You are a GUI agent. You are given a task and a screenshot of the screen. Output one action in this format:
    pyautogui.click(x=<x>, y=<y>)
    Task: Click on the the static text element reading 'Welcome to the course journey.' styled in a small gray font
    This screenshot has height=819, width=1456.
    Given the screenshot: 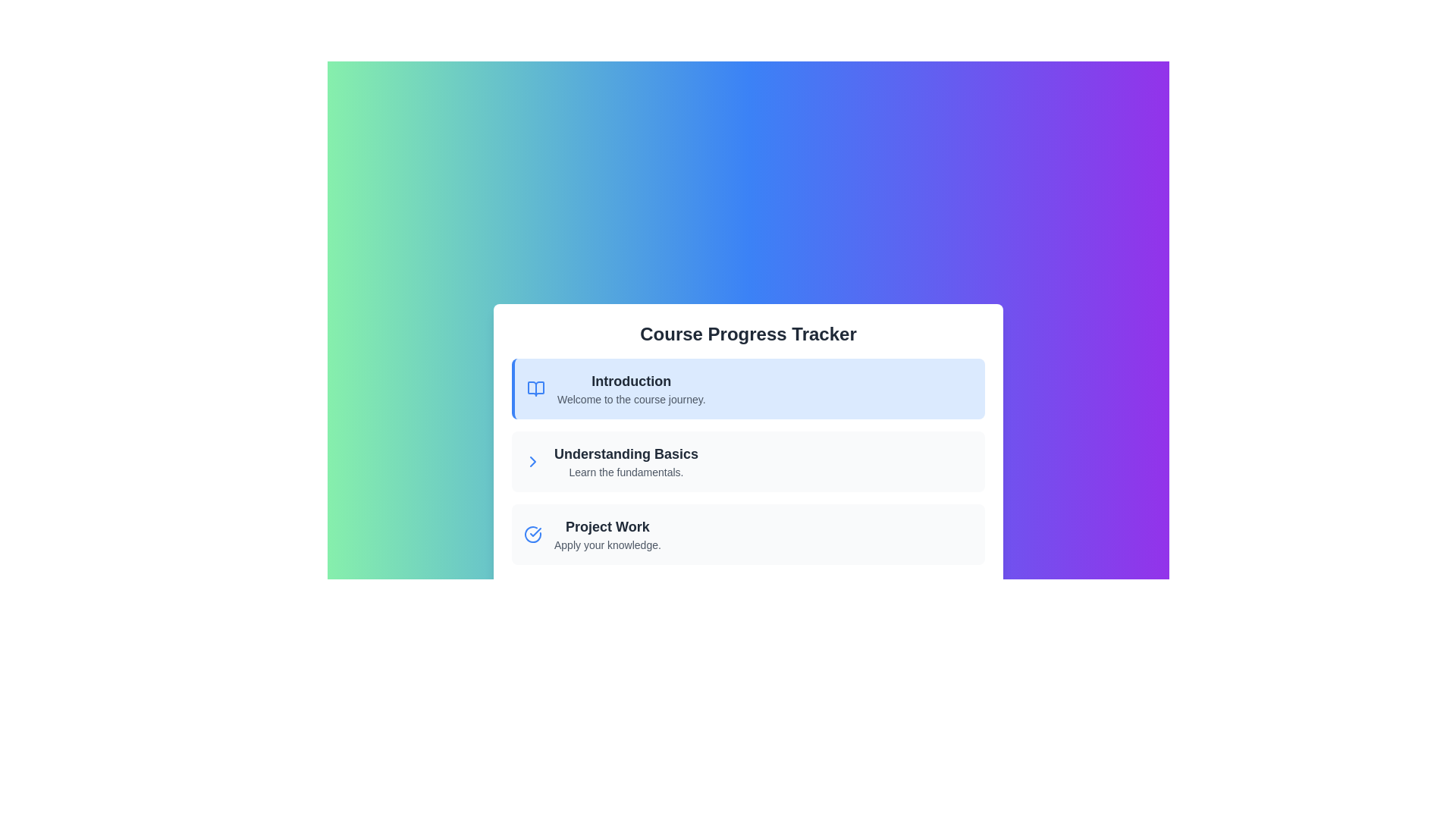 What is the action you would take?
    pyautogui.click(x=631, y=399)
    